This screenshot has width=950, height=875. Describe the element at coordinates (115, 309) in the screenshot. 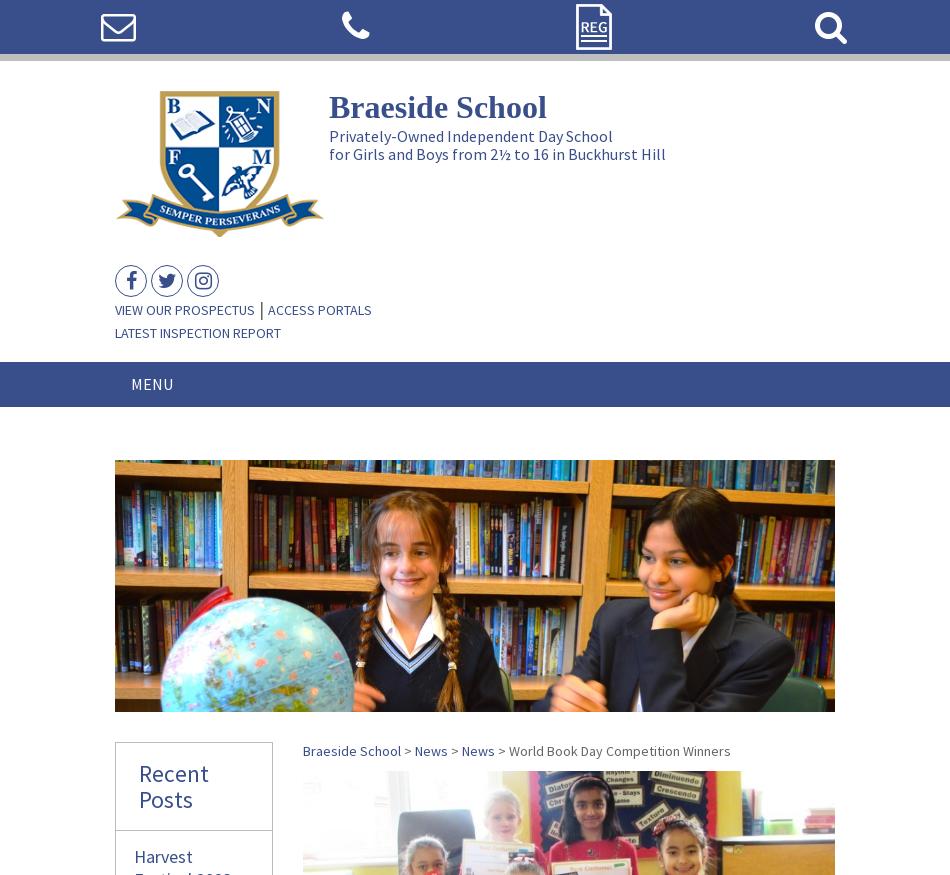

I see `'VIEW OUR PROSPECTUS'` at that location.